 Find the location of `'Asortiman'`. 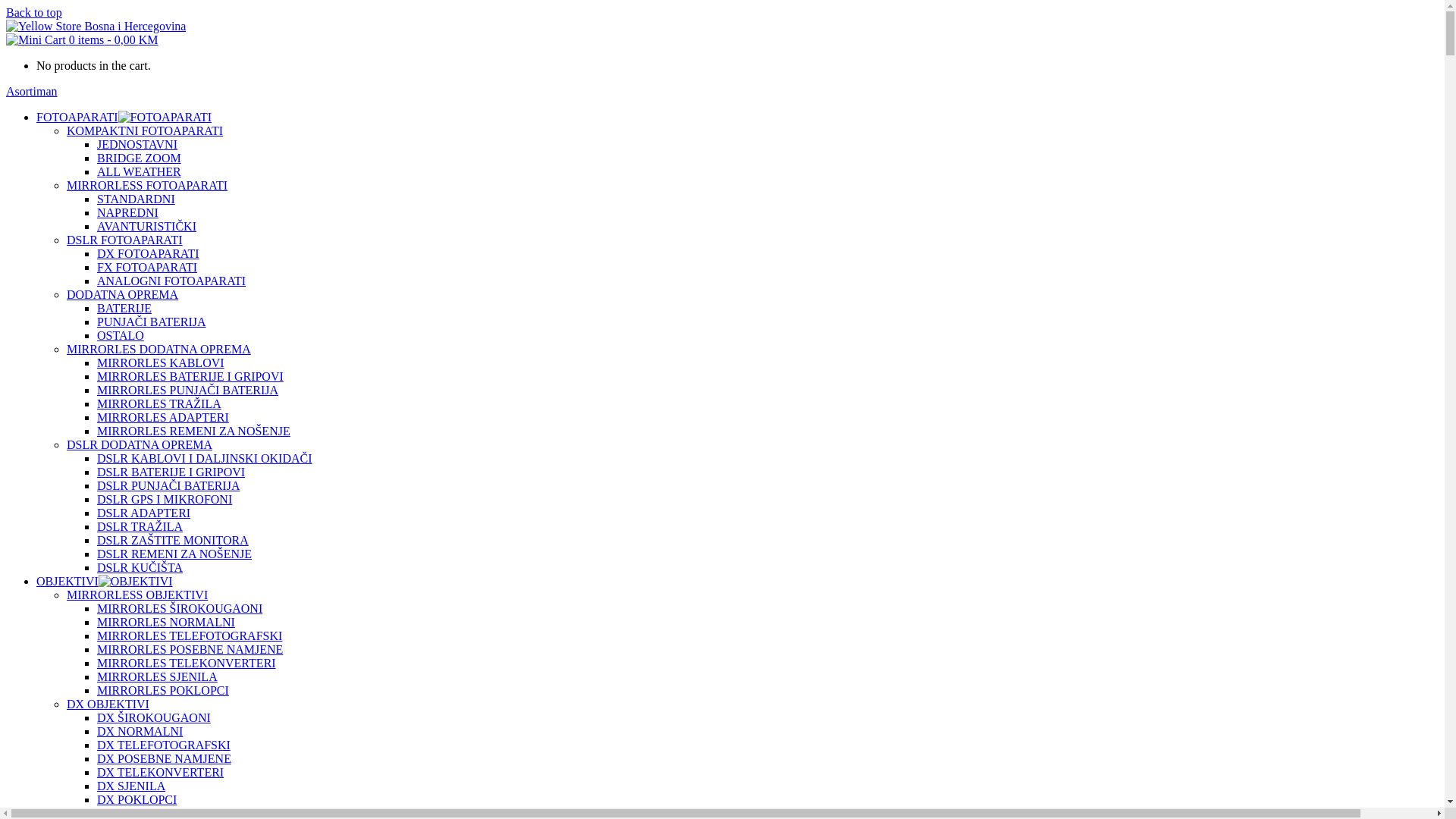

'Asortiman' is located at coordinates (32, 91).